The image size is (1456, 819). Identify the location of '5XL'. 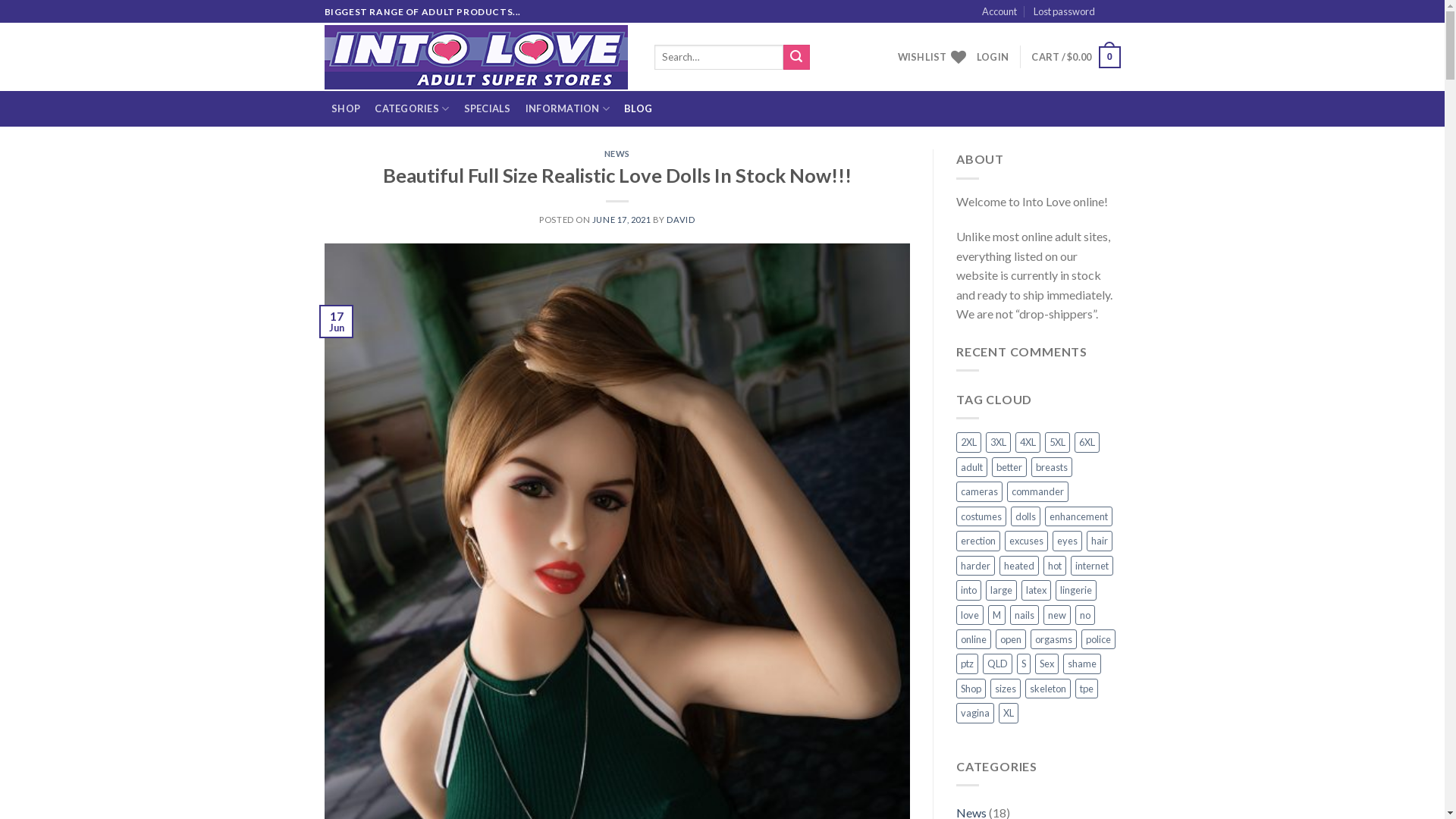
(1056, 441).